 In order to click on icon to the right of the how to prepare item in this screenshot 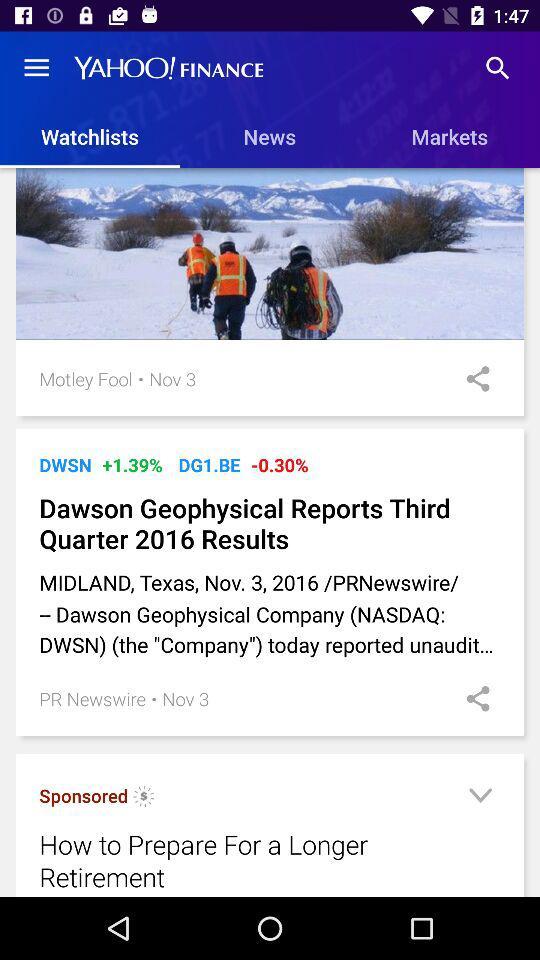, I will do `click(479, 798)`.